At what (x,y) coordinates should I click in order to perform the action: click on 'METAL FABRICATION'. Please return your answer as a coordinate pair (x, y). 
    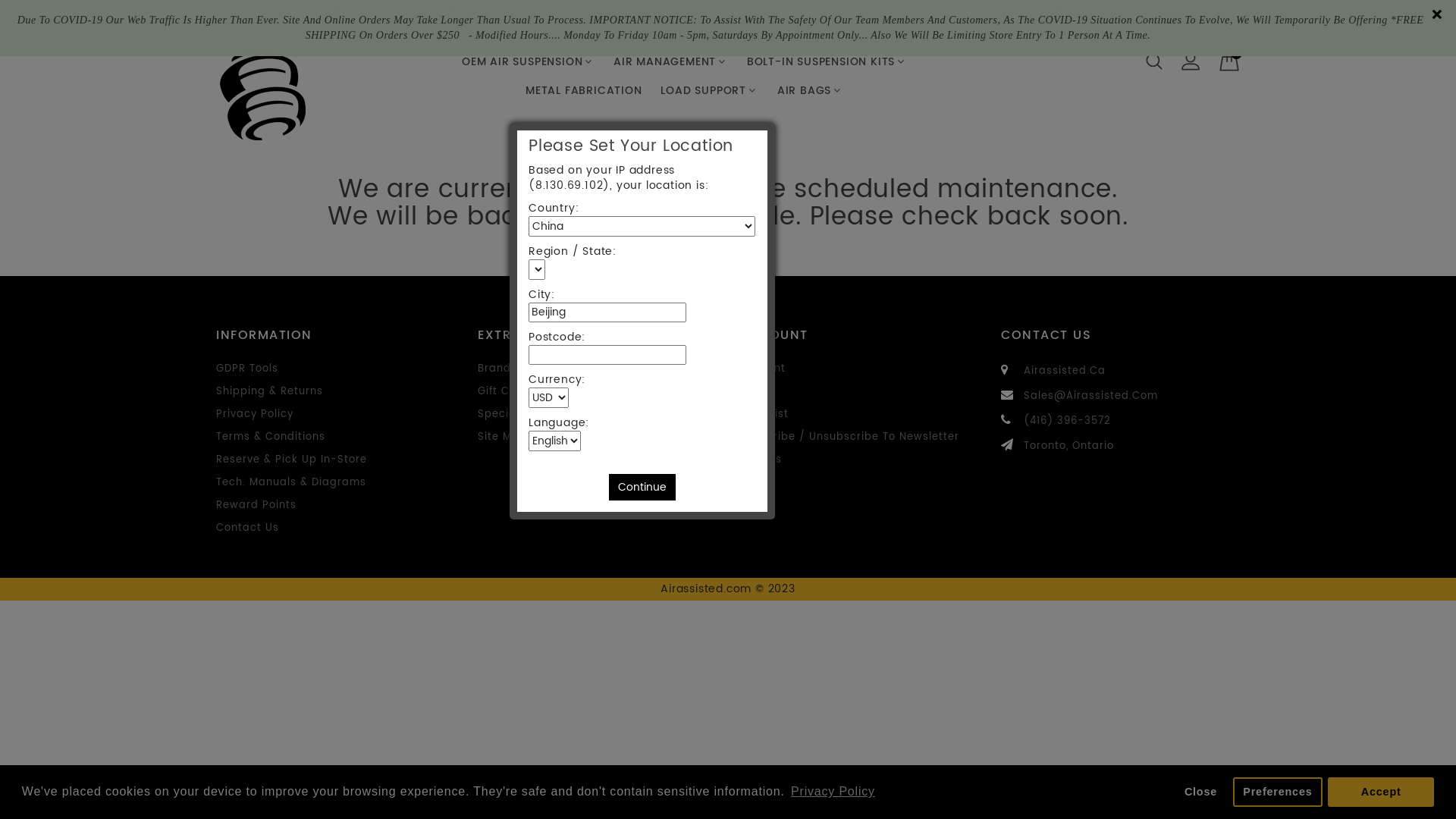
    Looking at the image, I should click on (582, 90).